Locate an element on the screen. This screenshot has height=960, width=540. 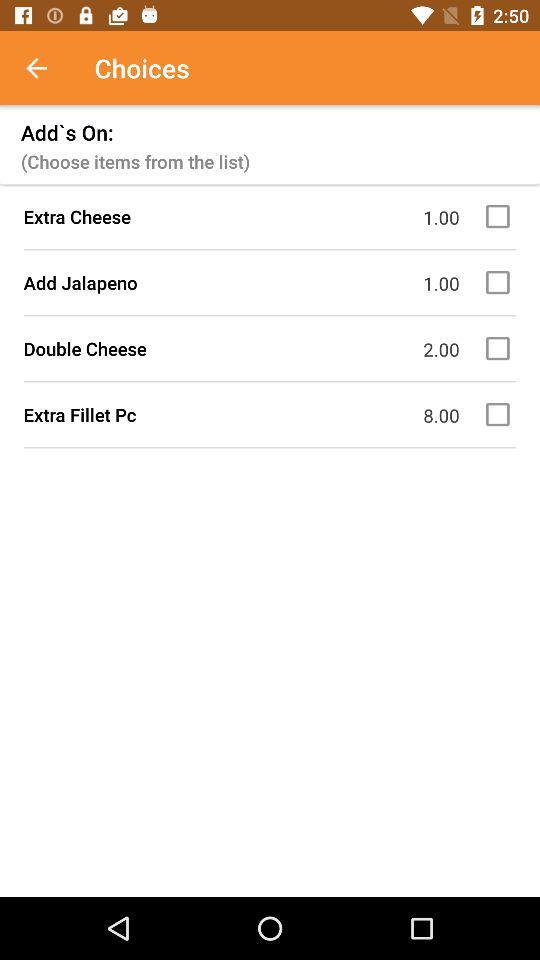
to select the double cheese option is located at coordinates (500, 348).